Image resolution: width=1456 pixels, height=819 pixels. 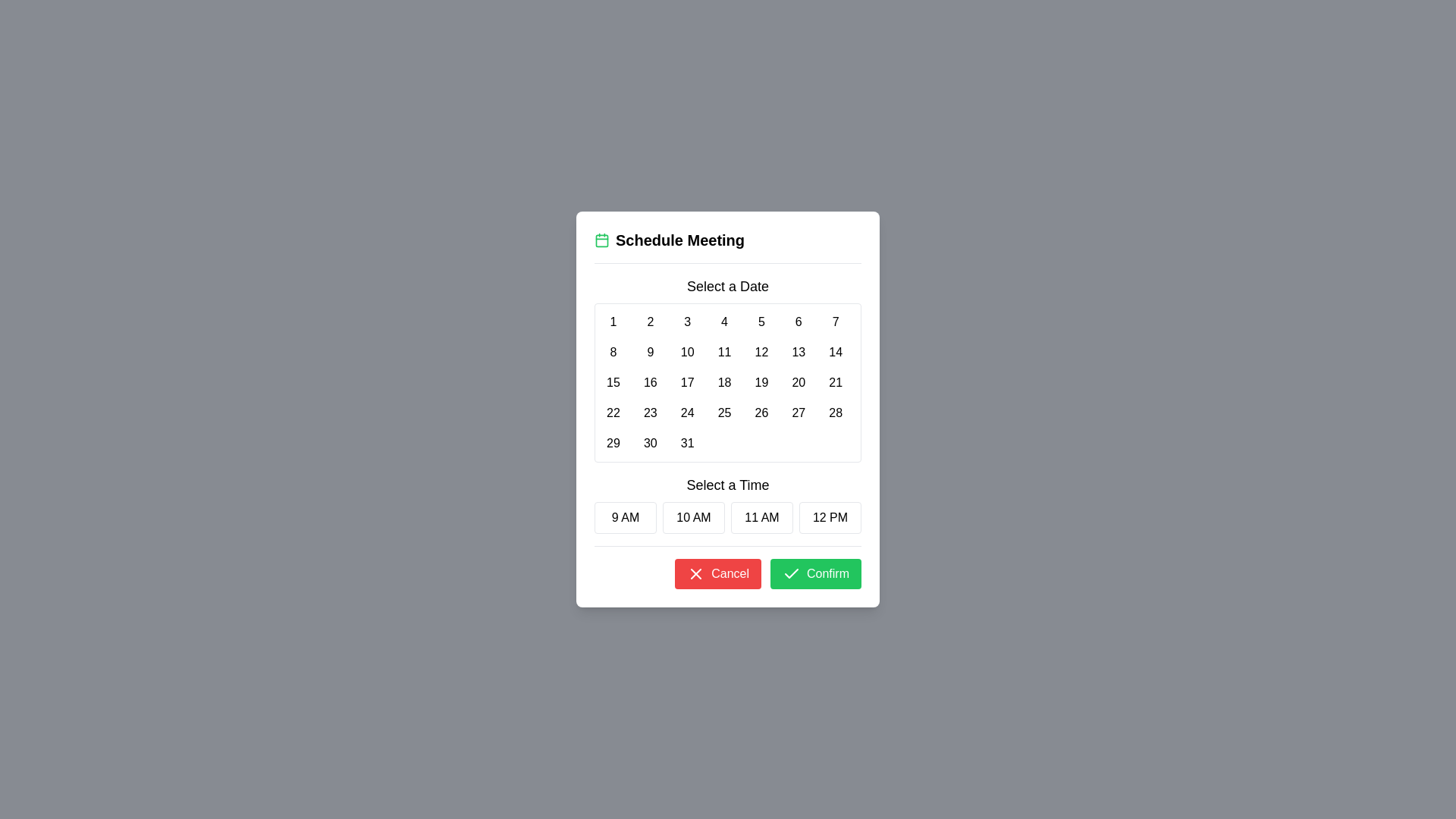 I want to click on the button representing the 16th day of the month in the scheduling calendar, so click(x=650, y=382).